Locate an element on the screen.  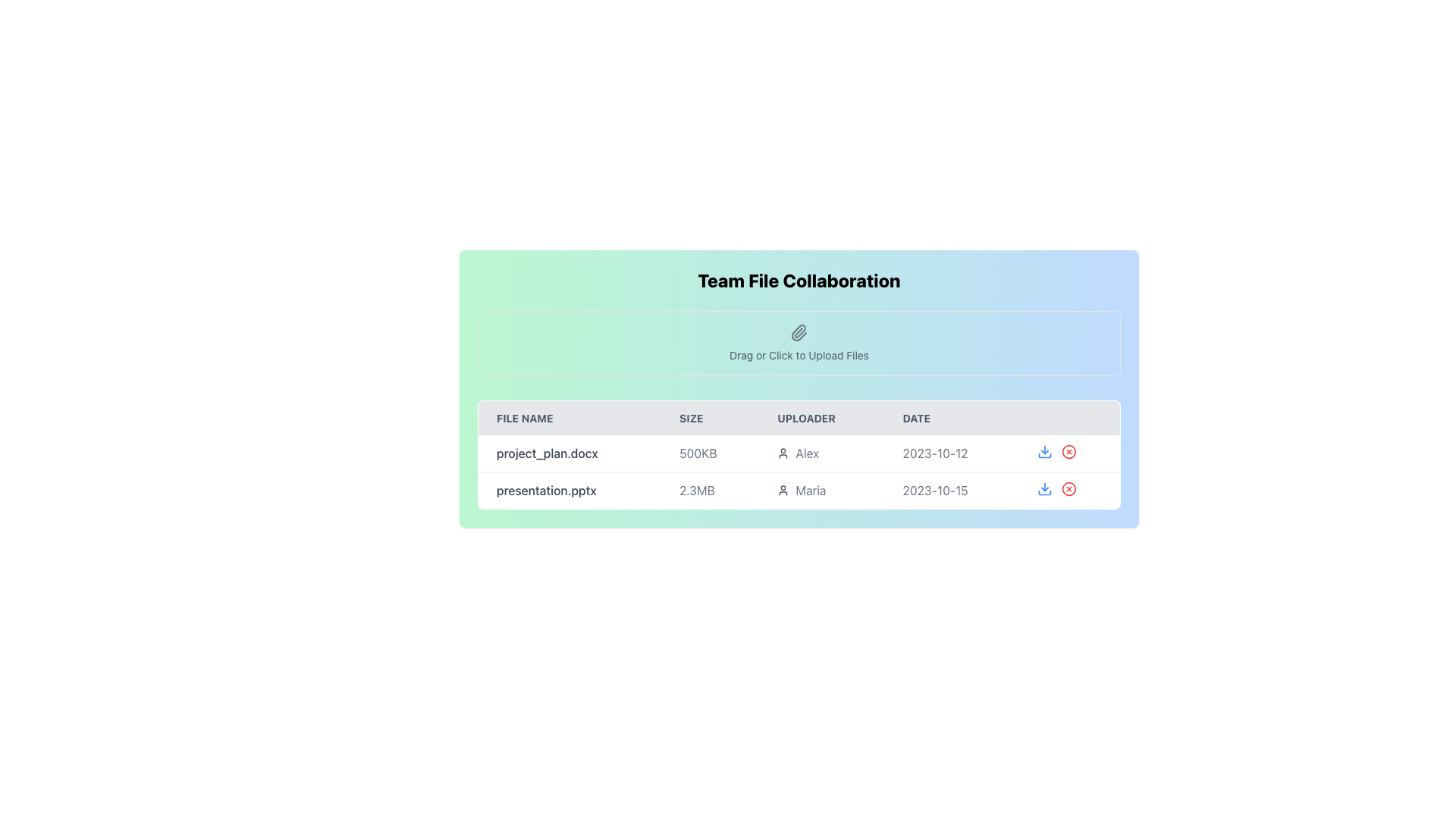
the static text displaying the date '2023-10-15' in the 'DATE' column of the second row, which is aligned to the left and is positioned between the uploader's name 'Maria' and a download icon is located at coordinates (951, 491).